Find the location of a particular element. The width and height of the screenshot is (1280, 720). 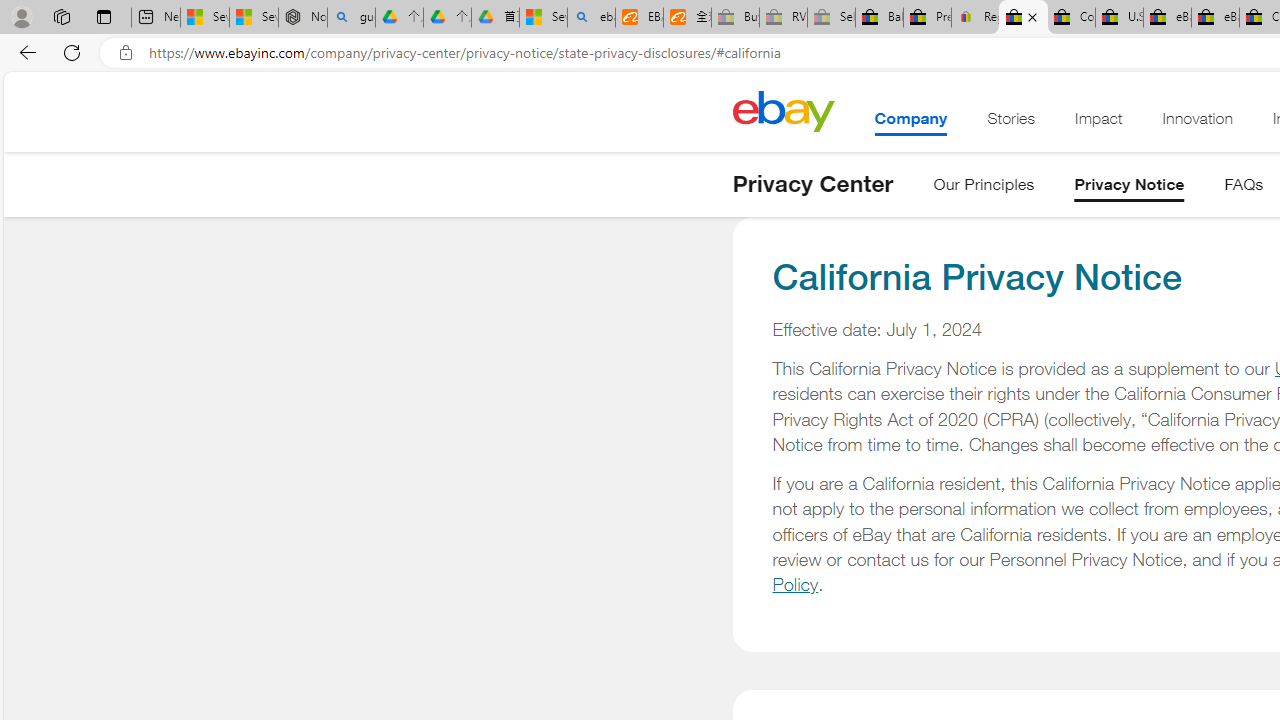

'Privacy Center' is located at coordinates (812, 183).